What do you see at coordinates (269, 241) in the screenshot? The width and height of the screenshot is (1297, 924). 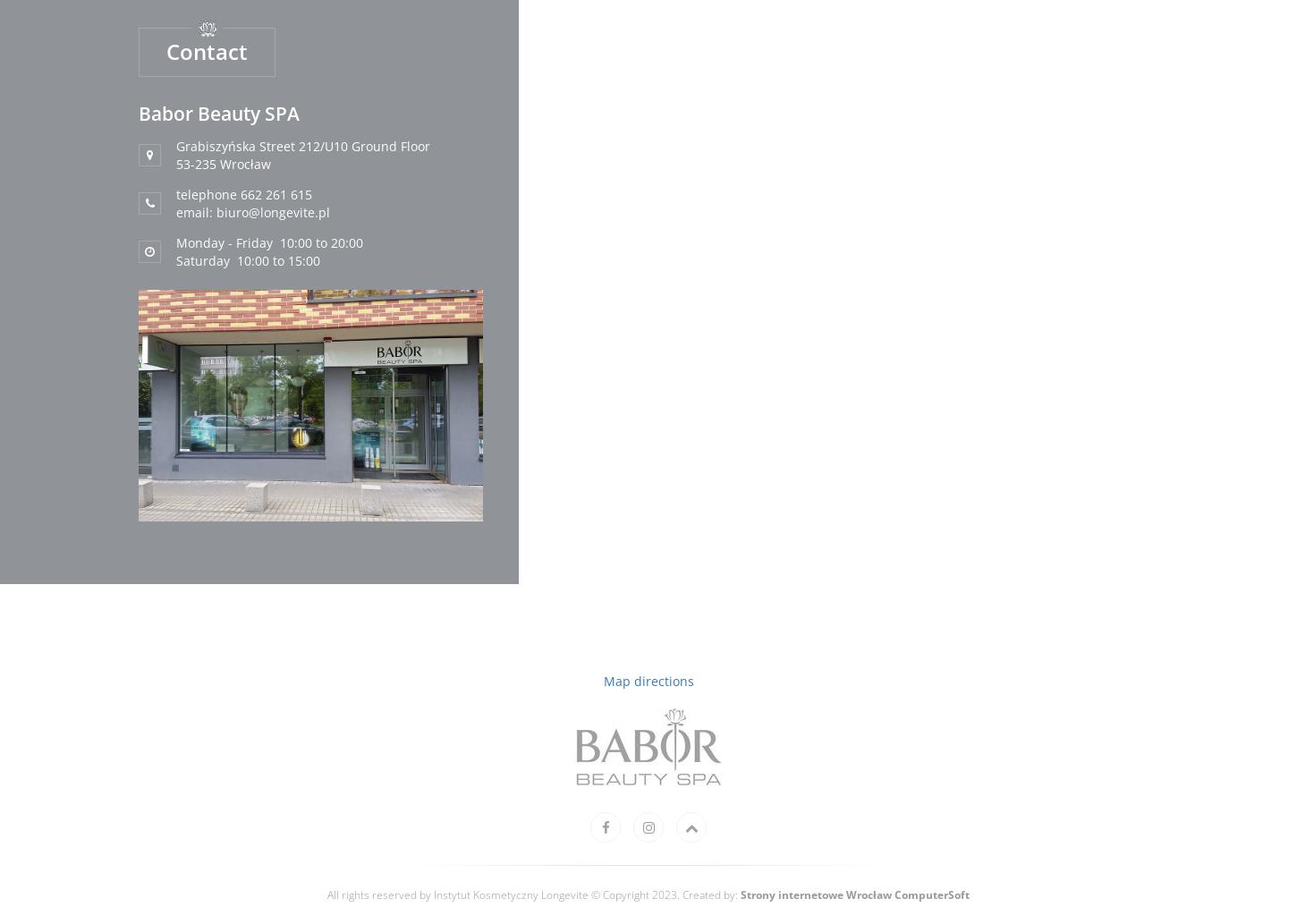 I see `'Monday - Friday  10:00 to 20:00'` at bounding box center [269, 241].